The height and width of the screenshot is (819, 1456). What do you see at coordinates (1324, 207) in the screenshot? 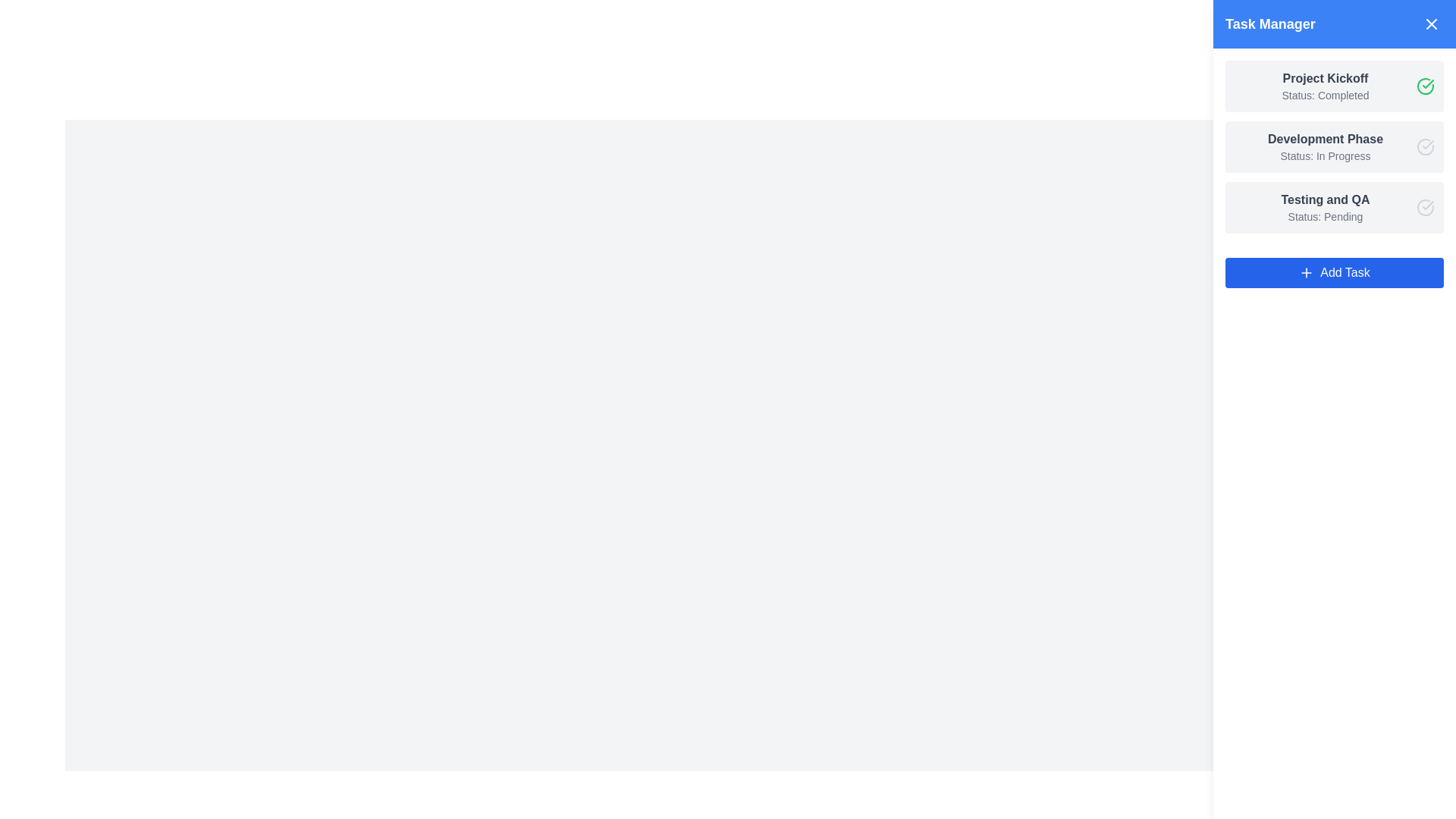
I see `'Testing and QA' label indicating the 'Pending' status, which is the third entry in the vertical list within the 'Task Manager' panel` at bounding box center [1324, 207].